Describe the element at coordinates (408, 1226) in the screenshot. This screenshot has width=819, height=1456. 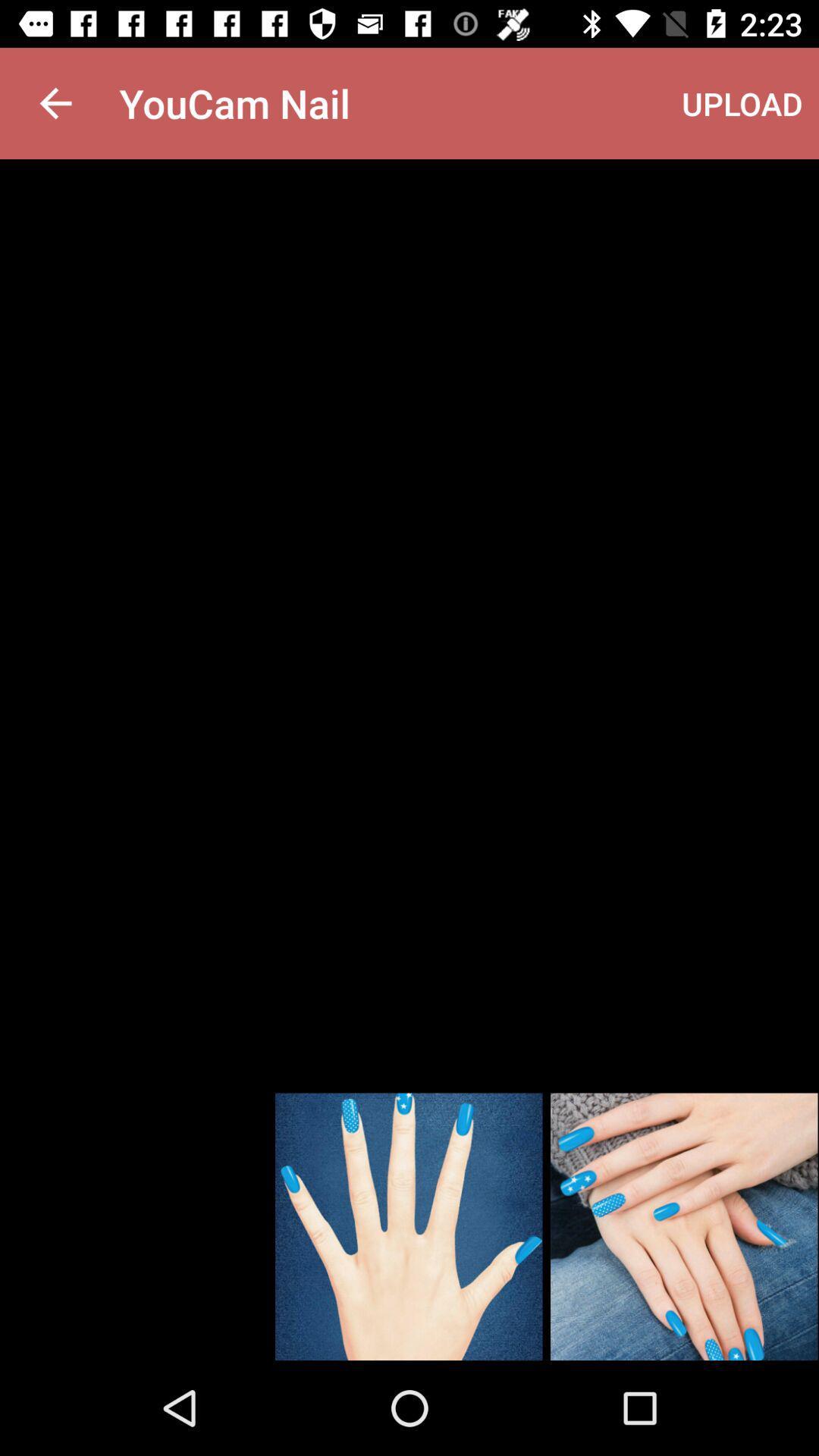
I see `this view` at that location.